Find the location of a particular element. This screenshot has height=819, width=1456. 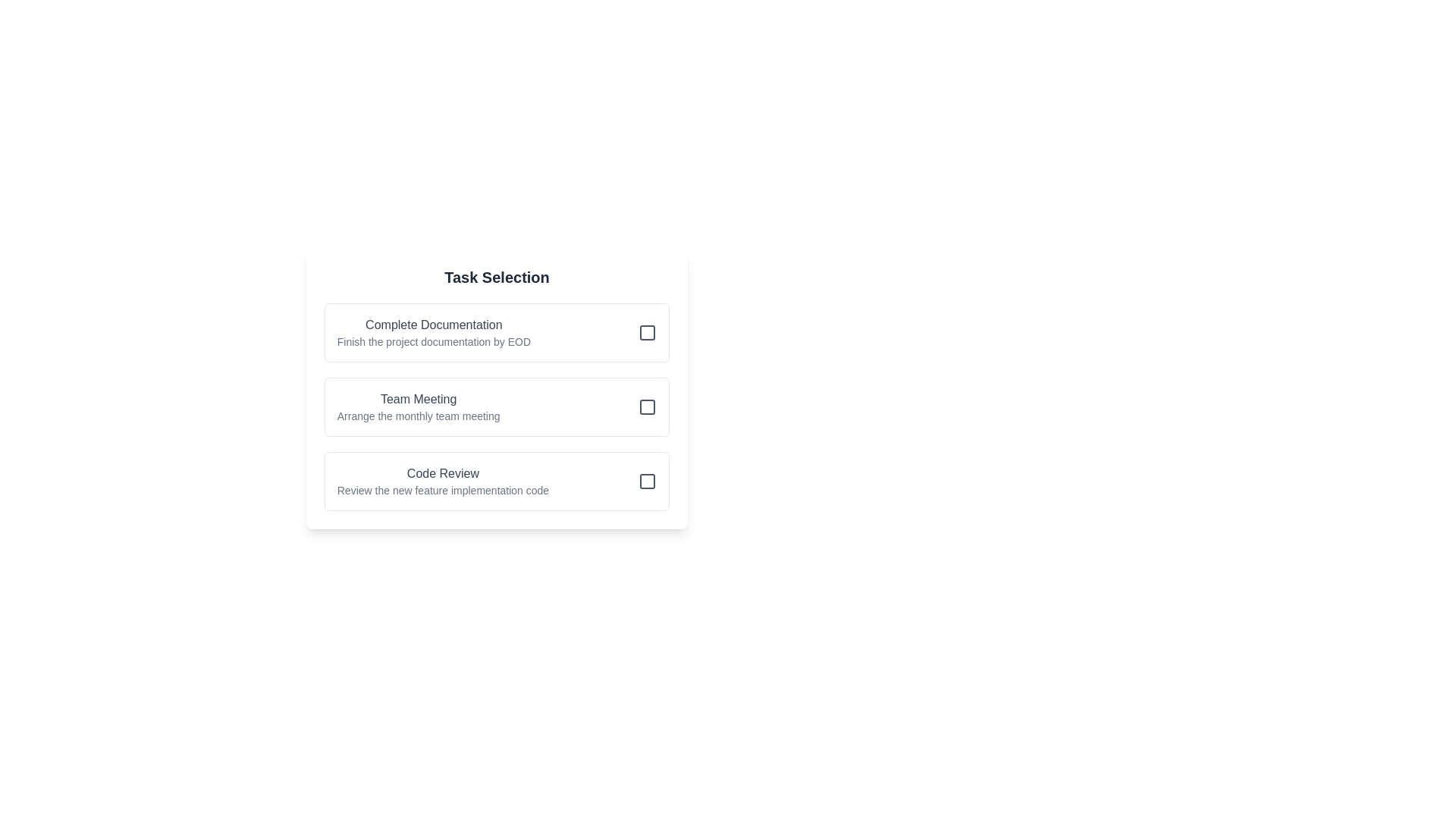

the text label that reads 'Review the new feature implementation code', which is styled with smaller, gray-colored font and is located below the 'Code Review' heading is located at coordinates (442, 491).